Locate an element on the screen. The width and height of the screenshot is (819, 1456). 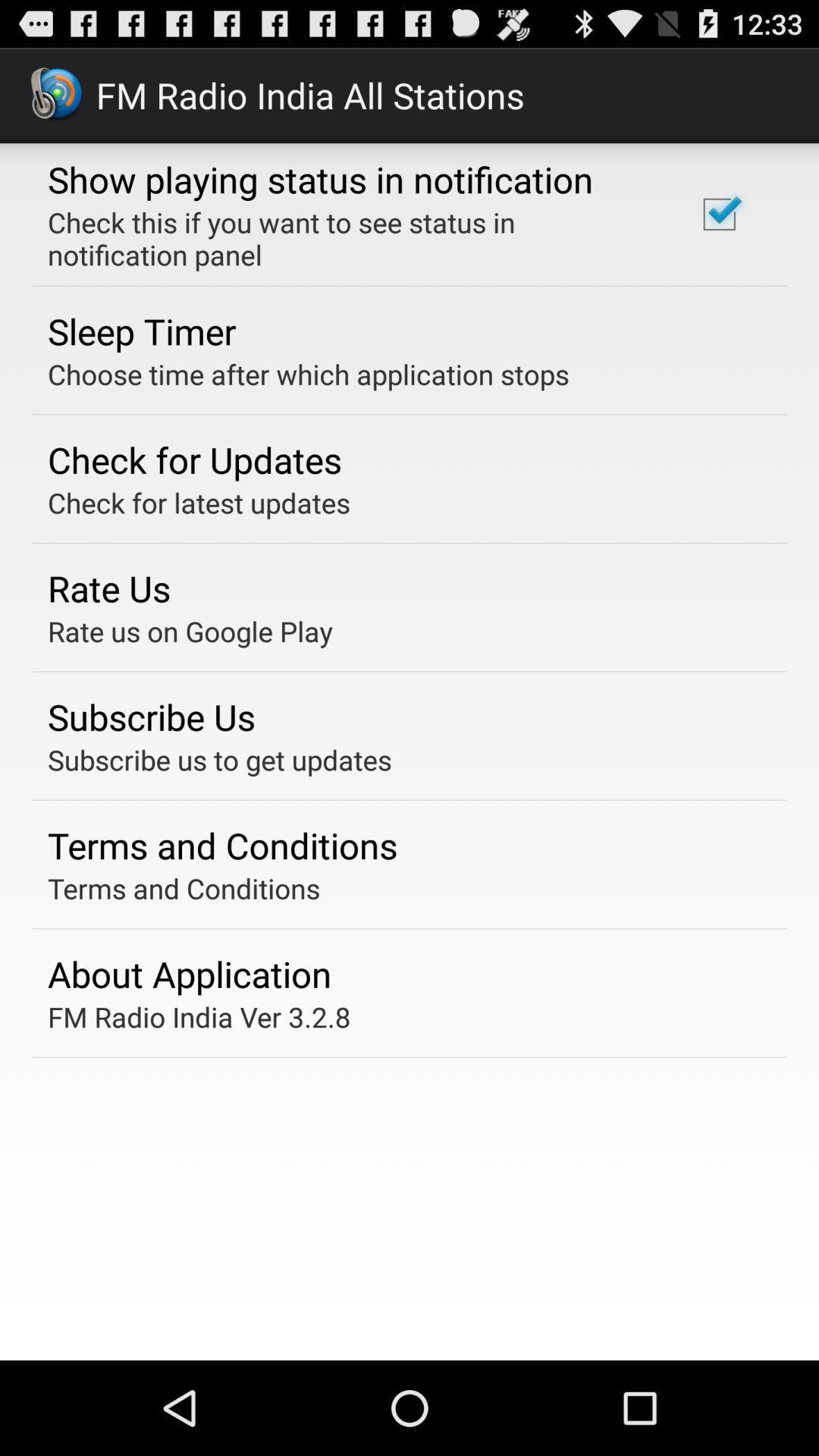
the icon at the top right corner is located at coordinates (718, 213).